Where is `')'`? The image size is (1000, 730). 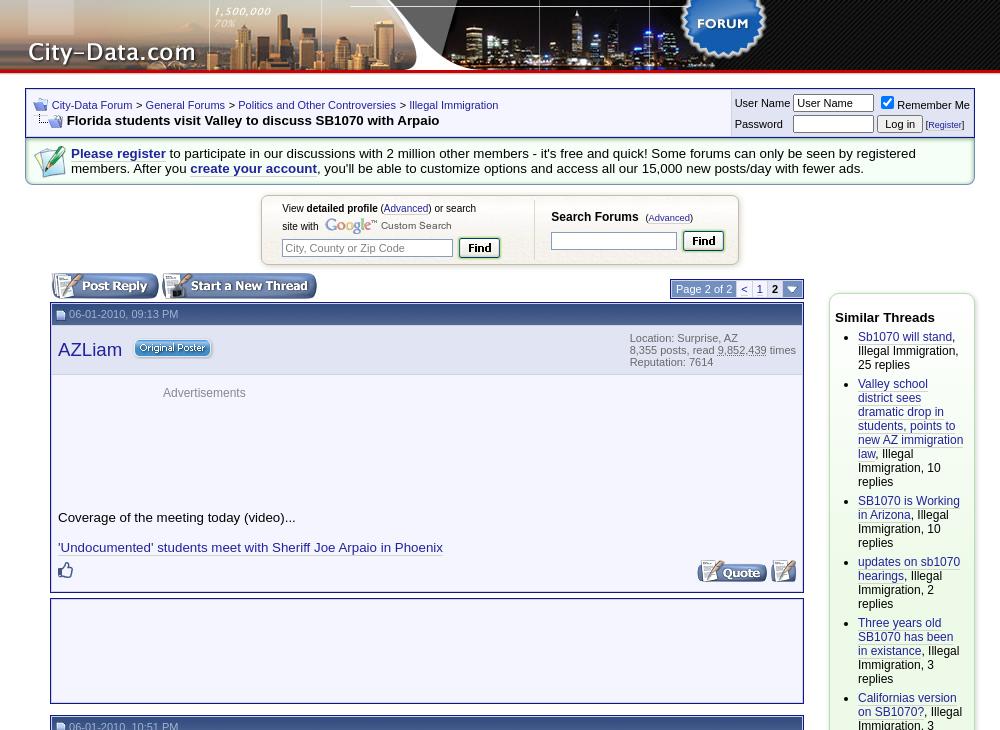
')' is located at coordinates (690, 217).